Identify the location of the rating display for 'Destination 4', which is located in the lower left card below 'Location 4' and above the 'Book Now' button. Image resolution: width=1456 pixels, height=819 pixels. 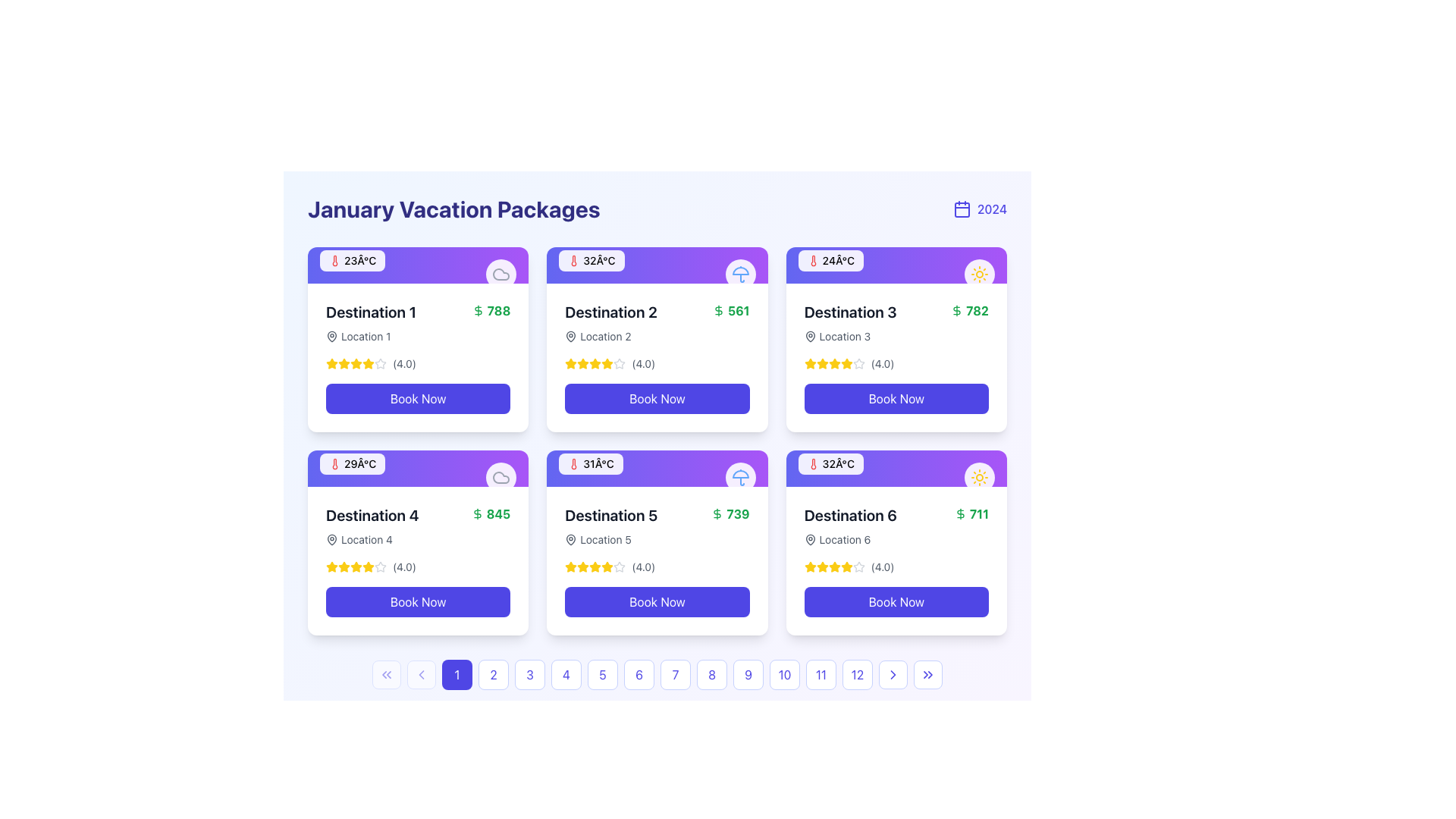
(418, 567).